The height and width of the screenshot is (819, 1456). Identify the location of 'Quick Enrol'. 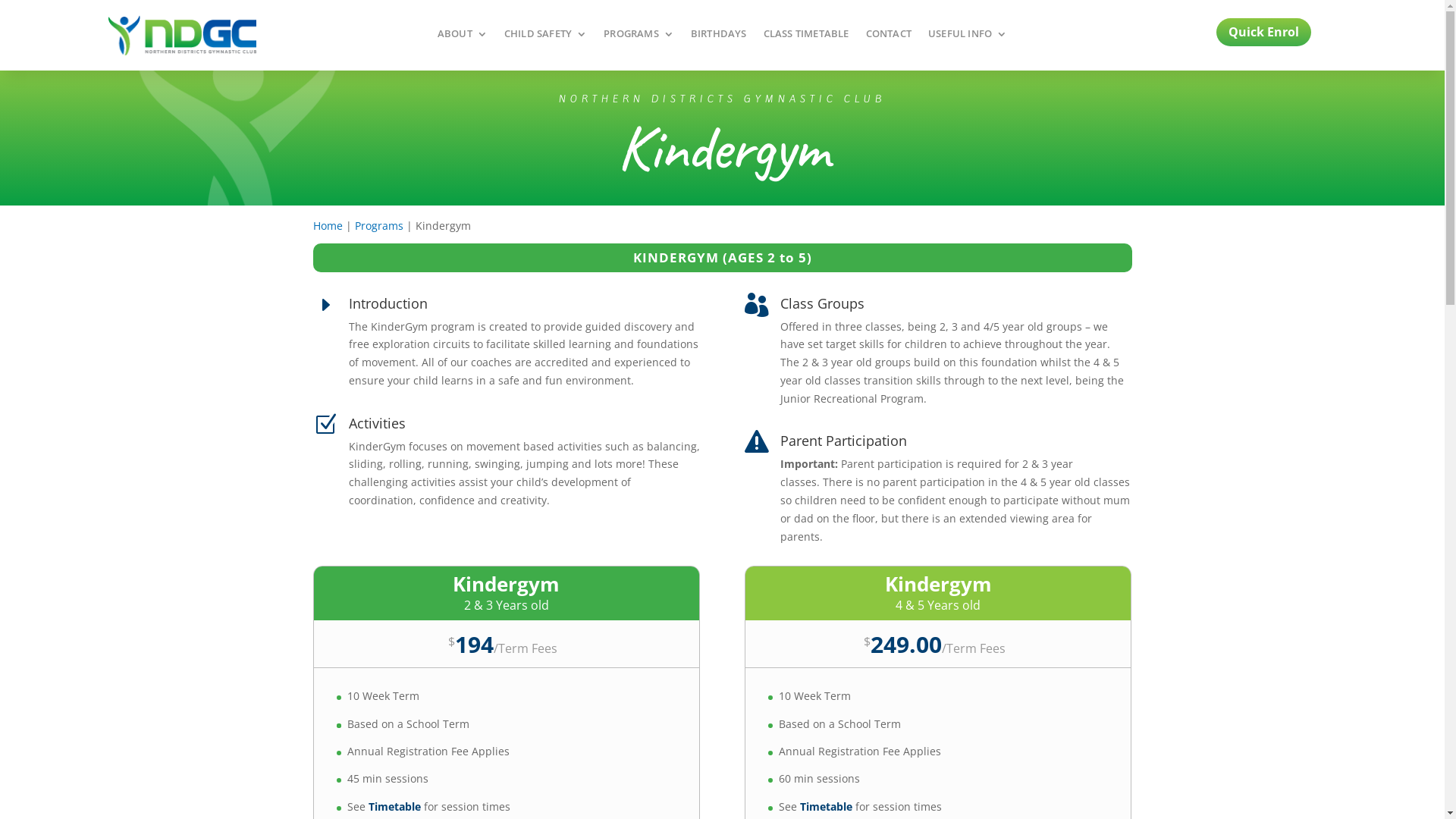
(1216, 32).